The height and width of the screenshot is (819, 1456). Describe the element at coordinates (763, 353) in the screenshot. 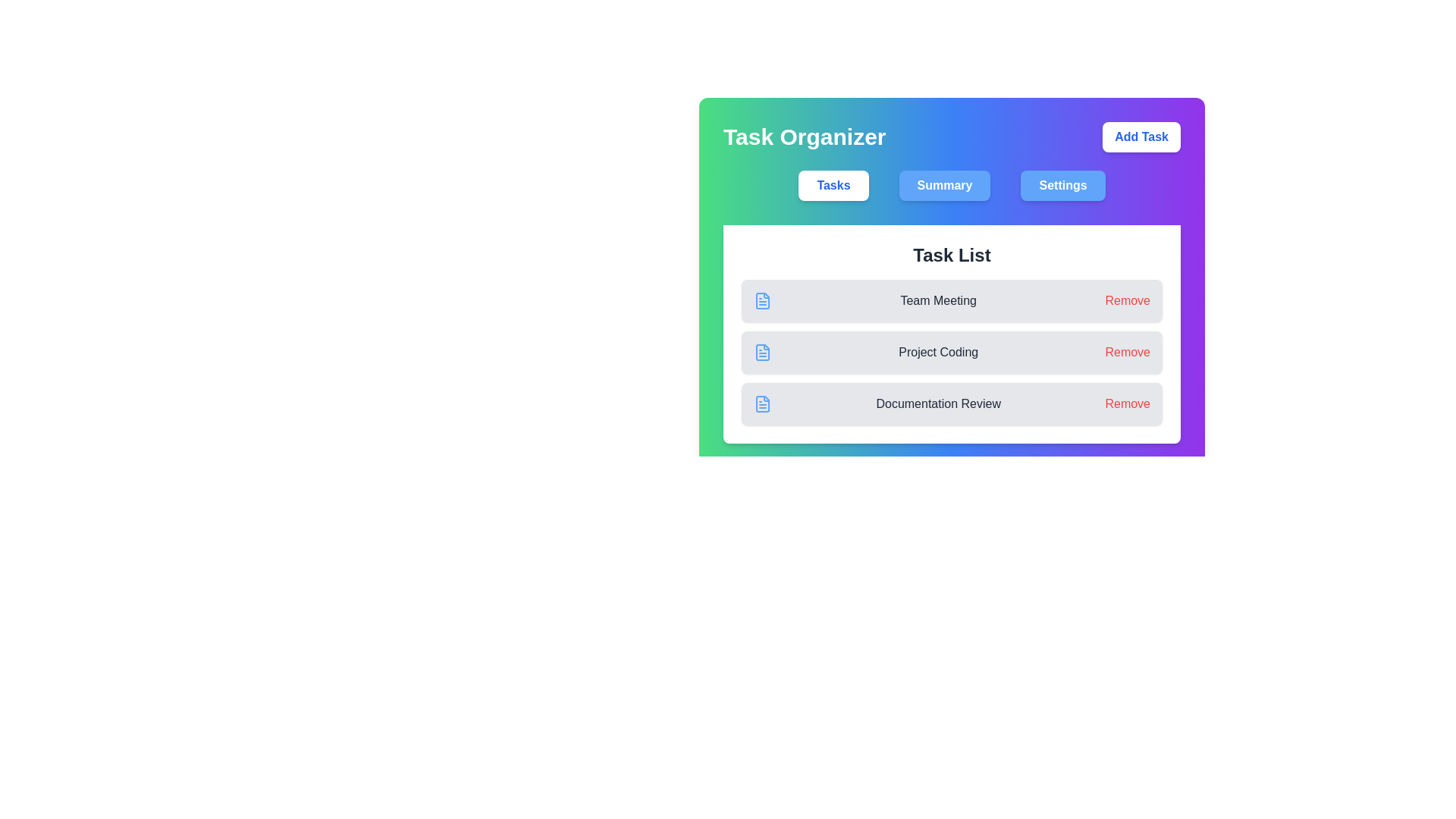

I see `the second icon from the top in the 'Task List' section, which represents a task item related to 'Project Coding'` at that location.